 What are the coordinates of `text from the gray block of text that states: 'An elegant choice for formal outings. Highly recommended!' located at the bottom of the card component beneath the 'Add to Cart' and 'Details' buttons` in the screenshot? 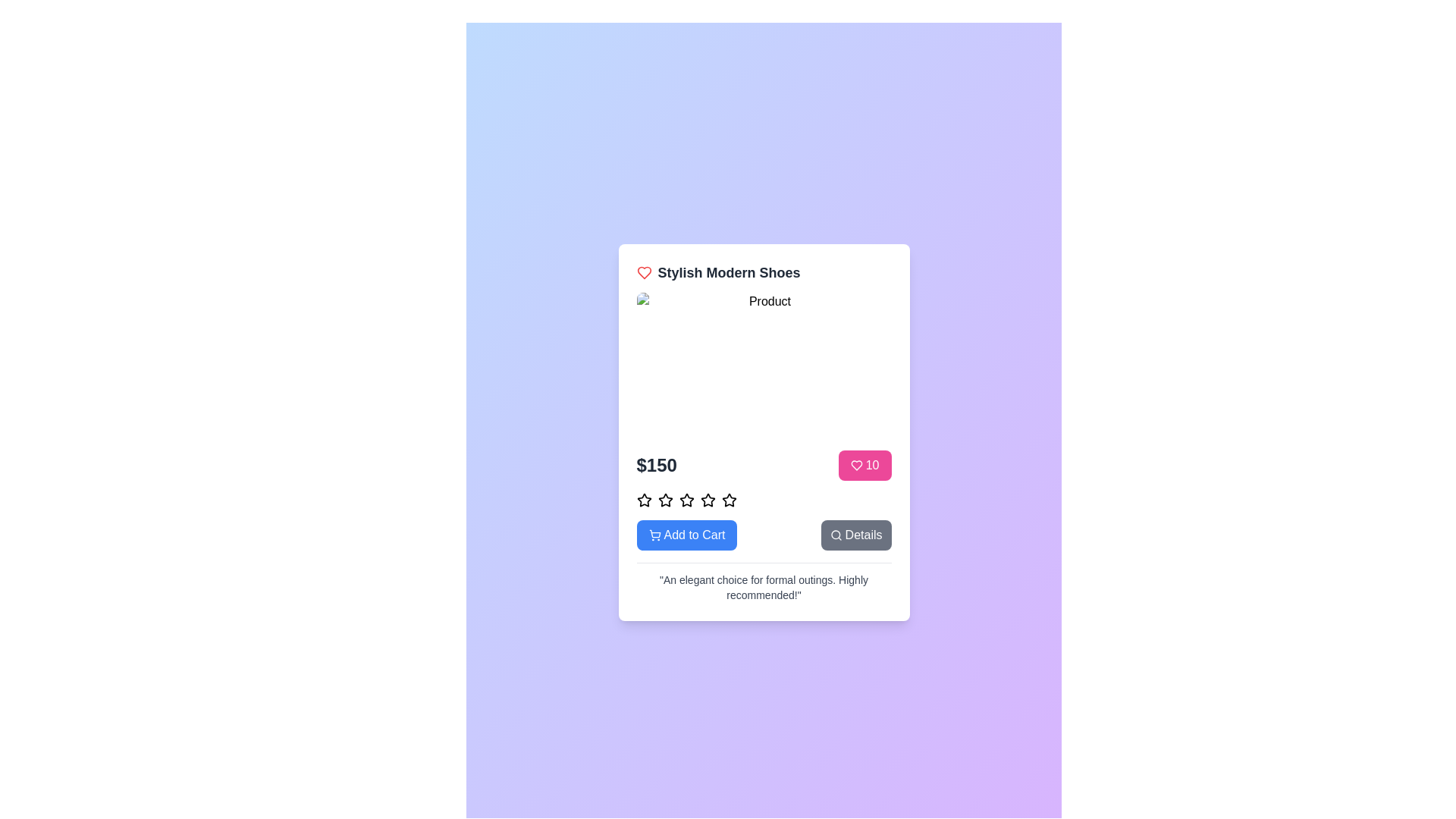 It's located at (764, 586).